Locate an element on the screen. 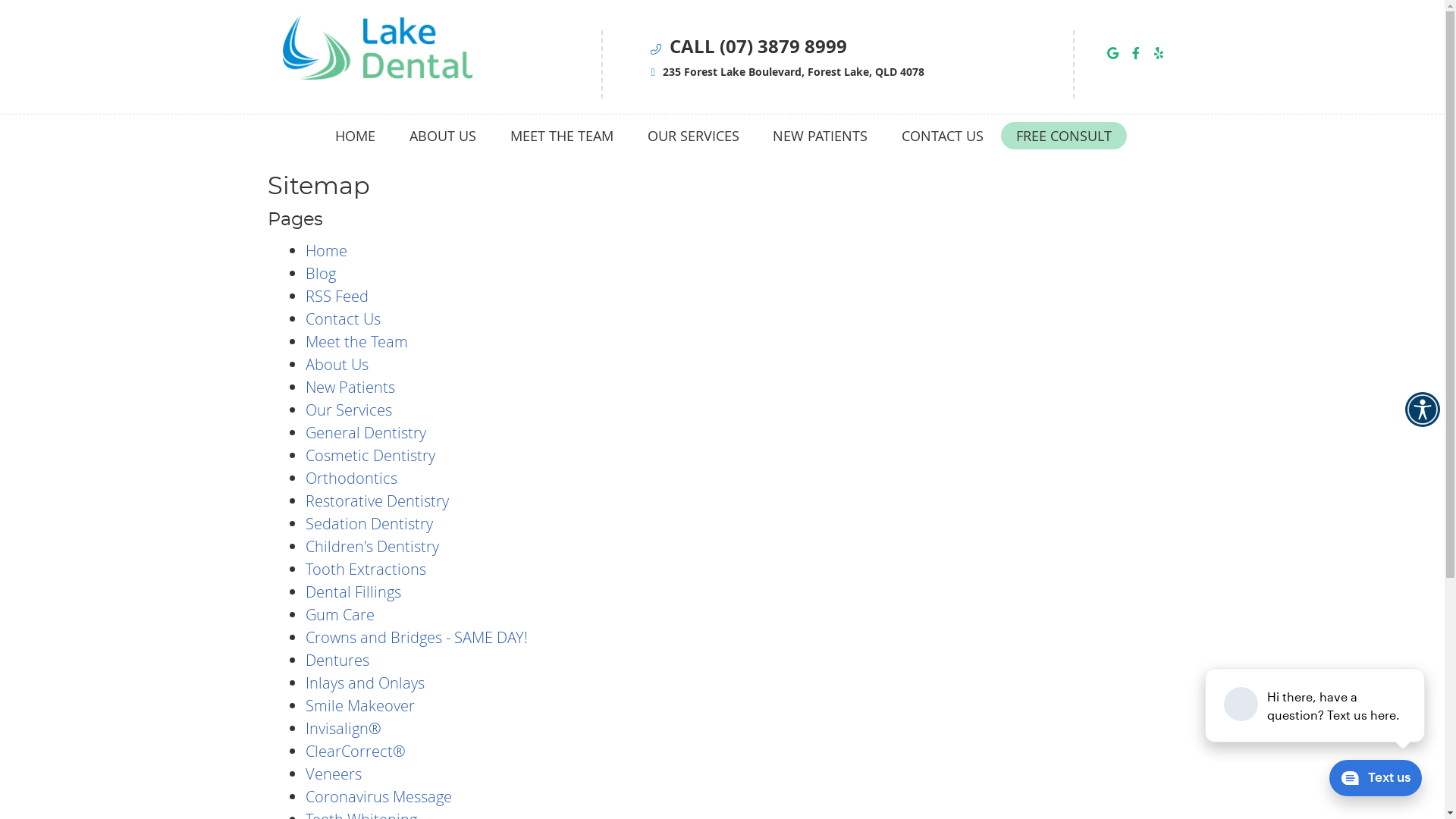 Image resolution: width=1456 pixels, height=819 pixels. 'Contact Us' is located at coordinates (341, 318).